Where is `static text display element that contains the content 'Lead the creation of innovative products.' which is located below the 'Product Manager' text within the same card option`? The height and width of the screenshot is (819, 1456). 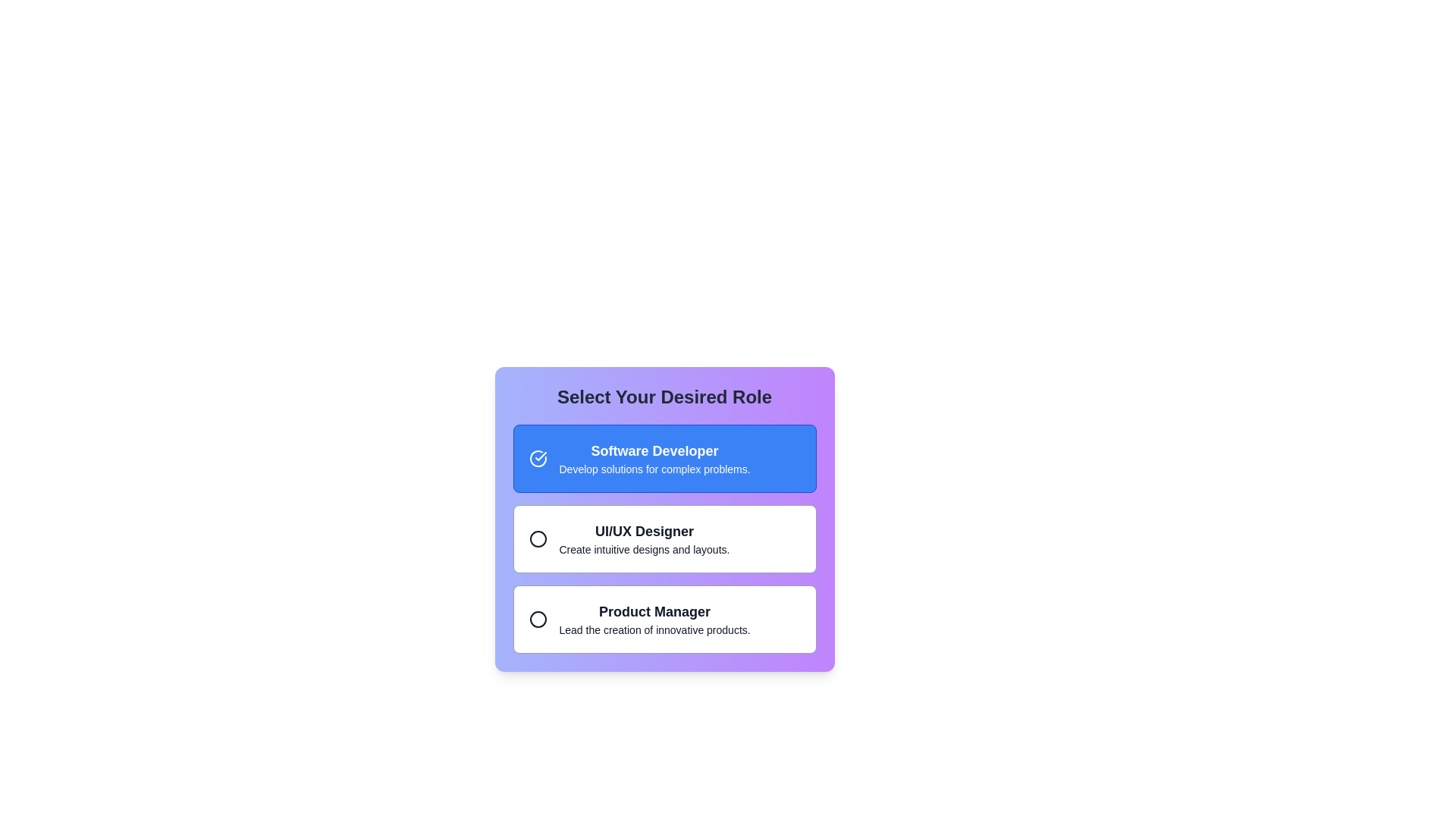 static text display element that contains the content 'Lead the creation of innovative products.' which is located below the 'Product Manager' text within the same card option is located at coordinates (654, 629).